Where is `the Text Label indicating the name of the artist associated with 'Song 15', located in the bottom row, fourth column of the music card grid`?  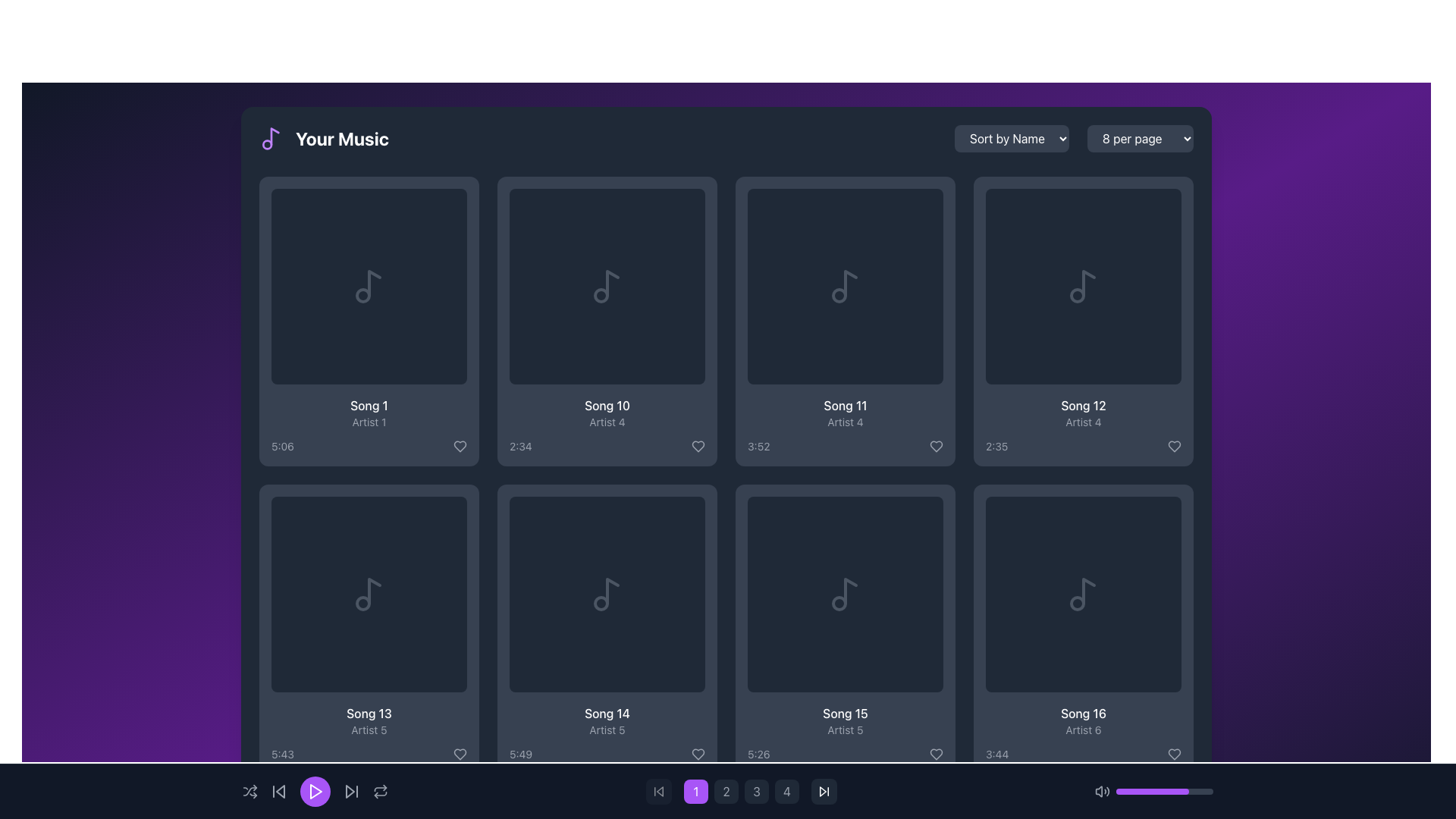
the Text Label indicating the name of the artist associated with 'Song 15', located in the bottom row, fourth column of the music card grid is located at coordinates (844, 730).